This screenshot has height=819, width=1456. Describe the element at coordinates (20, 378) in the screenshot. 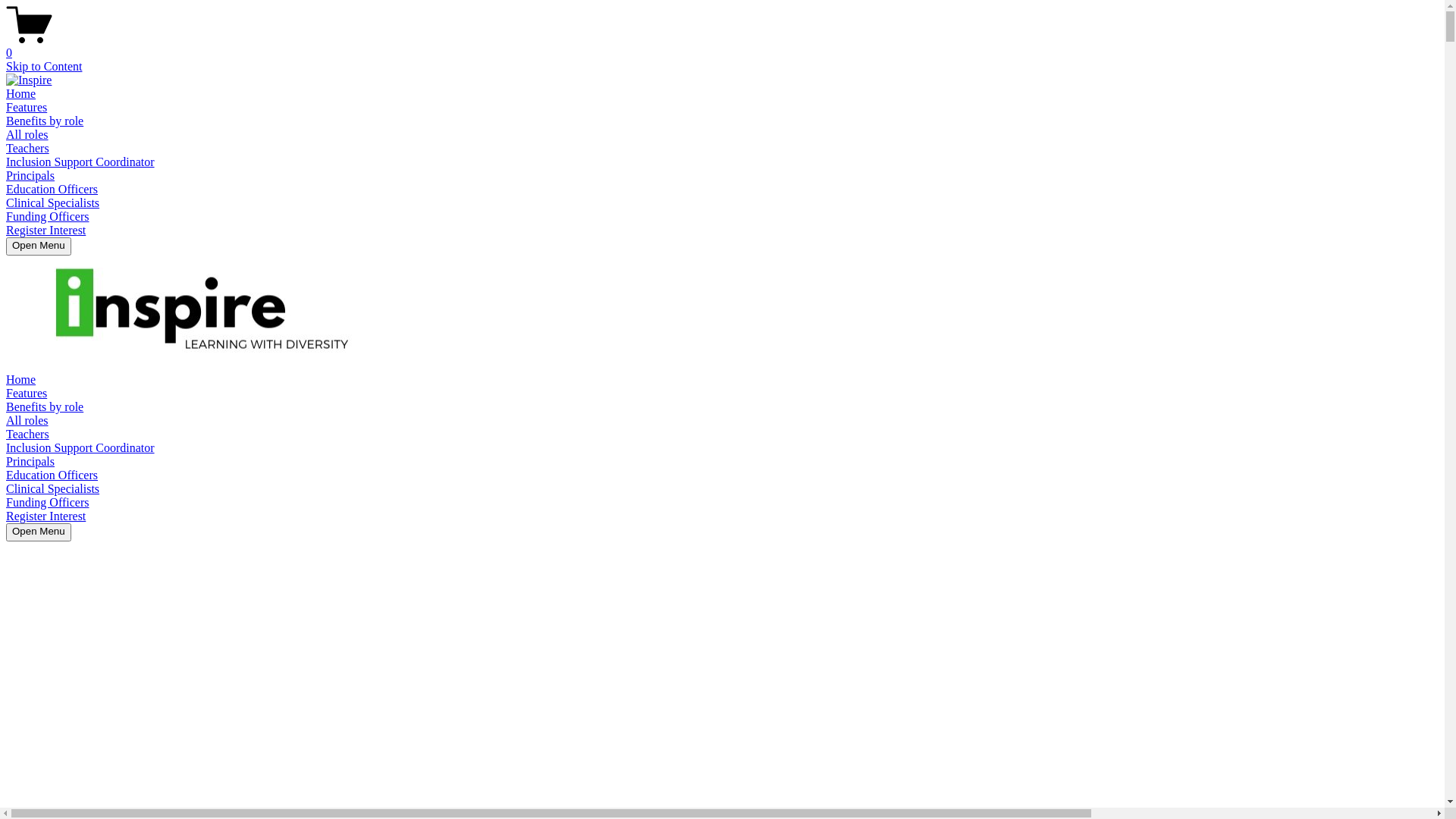

I see `'Home'` at that location.